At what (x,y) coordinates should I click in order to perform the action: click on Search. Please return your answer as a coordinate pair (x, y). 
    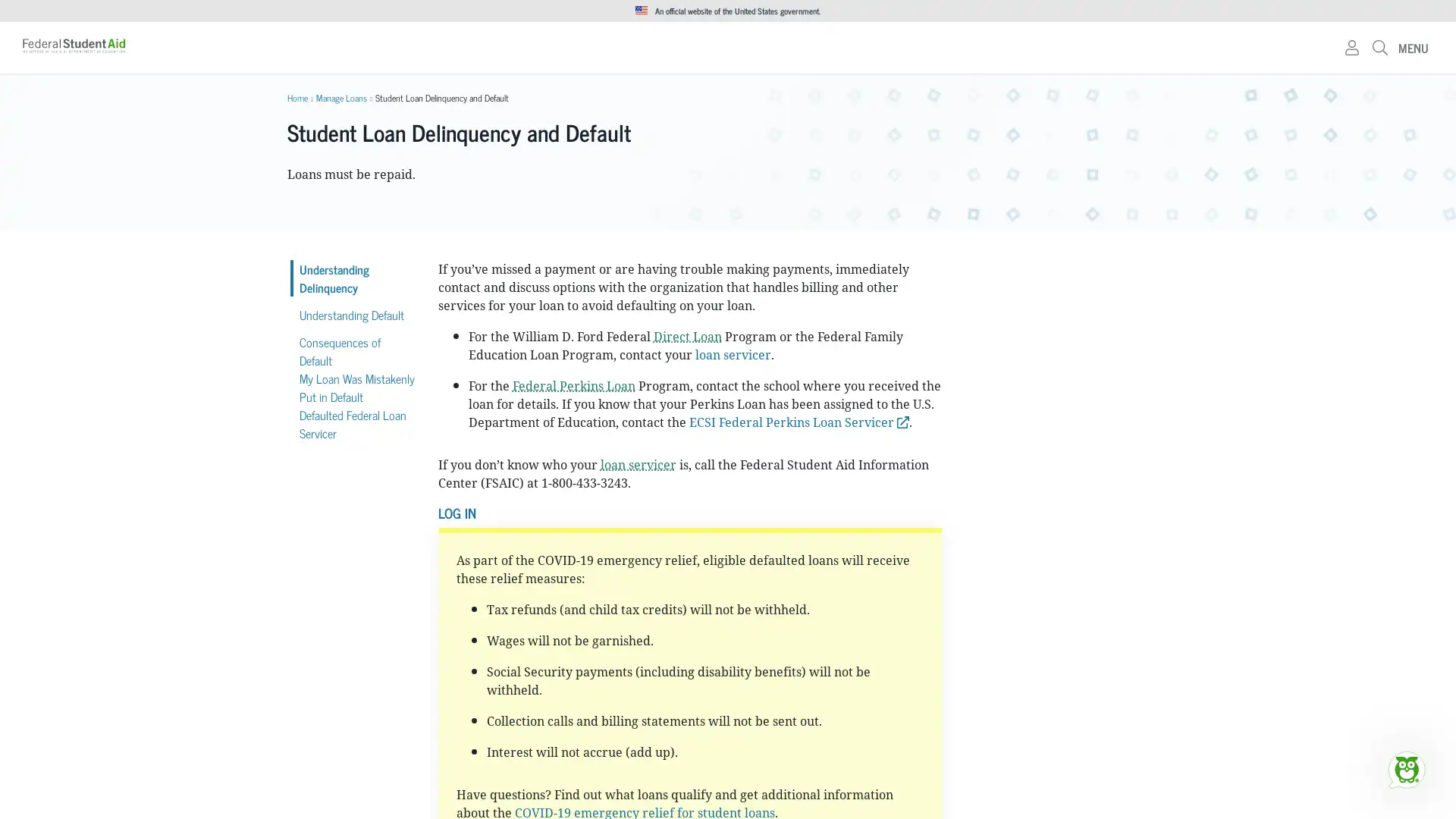
    Looking at the image, I should click on (952, 52).